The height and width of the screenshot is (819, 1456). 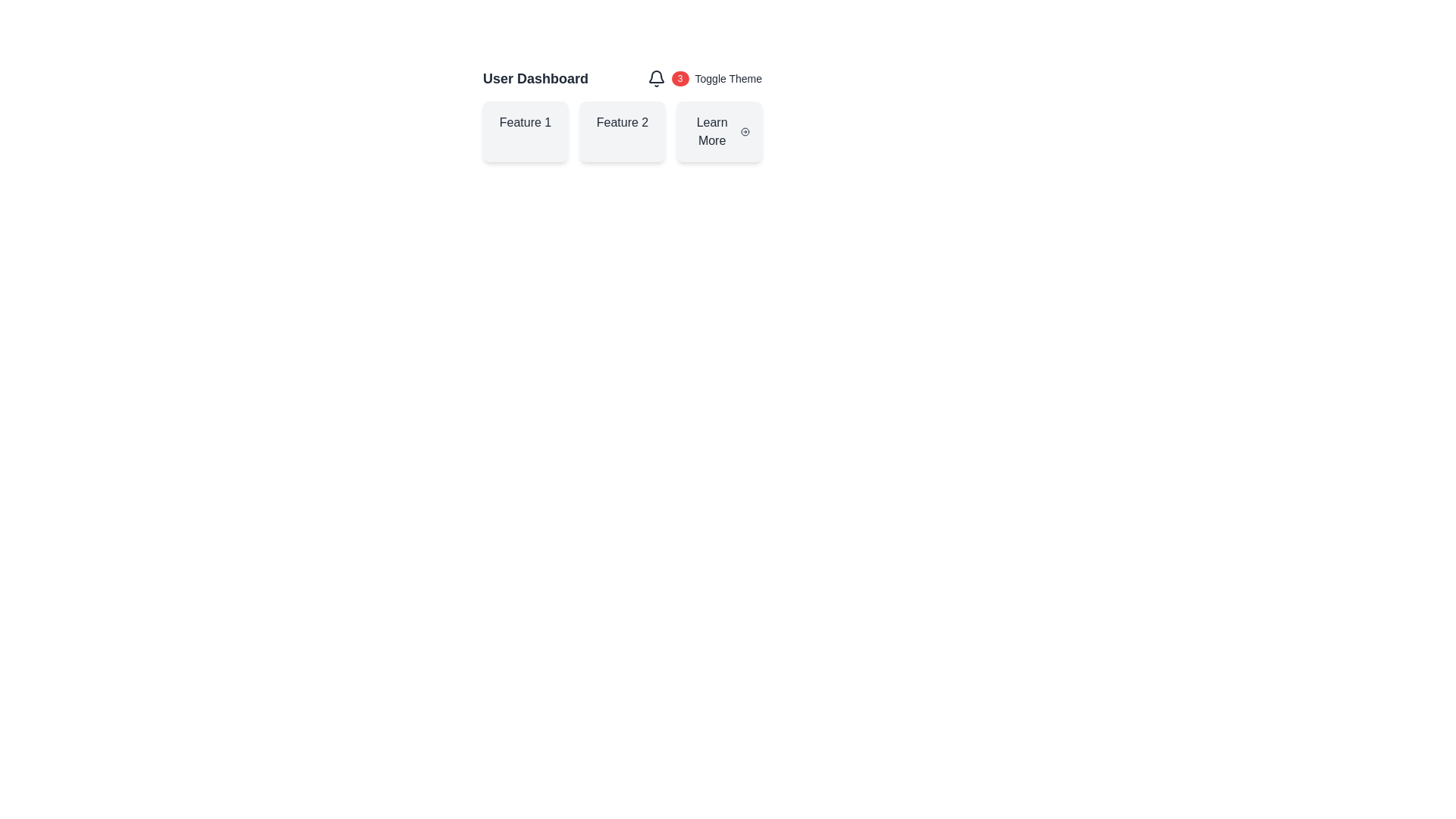 I want to click on the card element representing 'Feature 2' within the dashboard, so click(x=622, y=114).